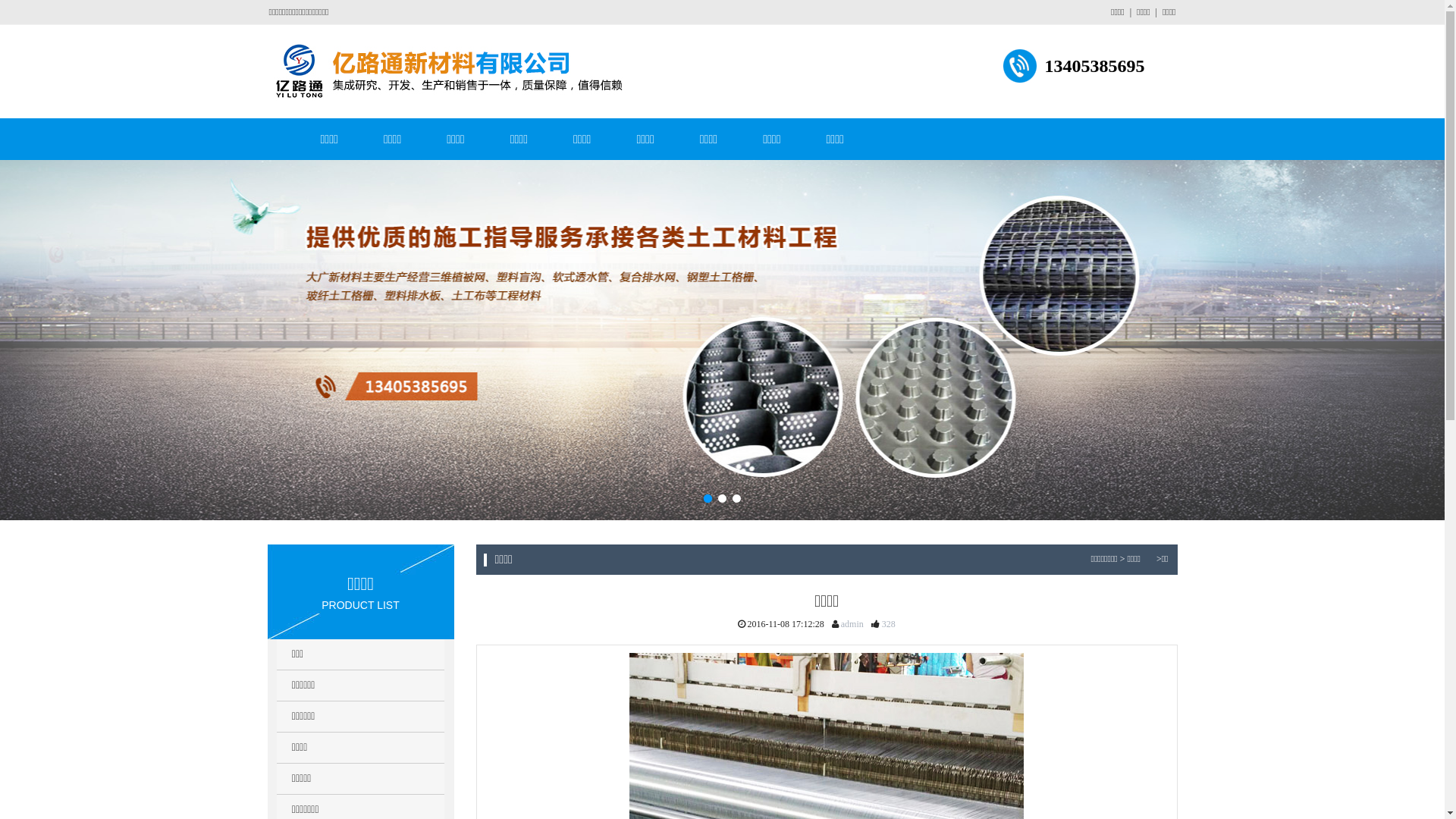 This screenshot has width=1456, height=819. I want to click on '328', so click(887, 623).